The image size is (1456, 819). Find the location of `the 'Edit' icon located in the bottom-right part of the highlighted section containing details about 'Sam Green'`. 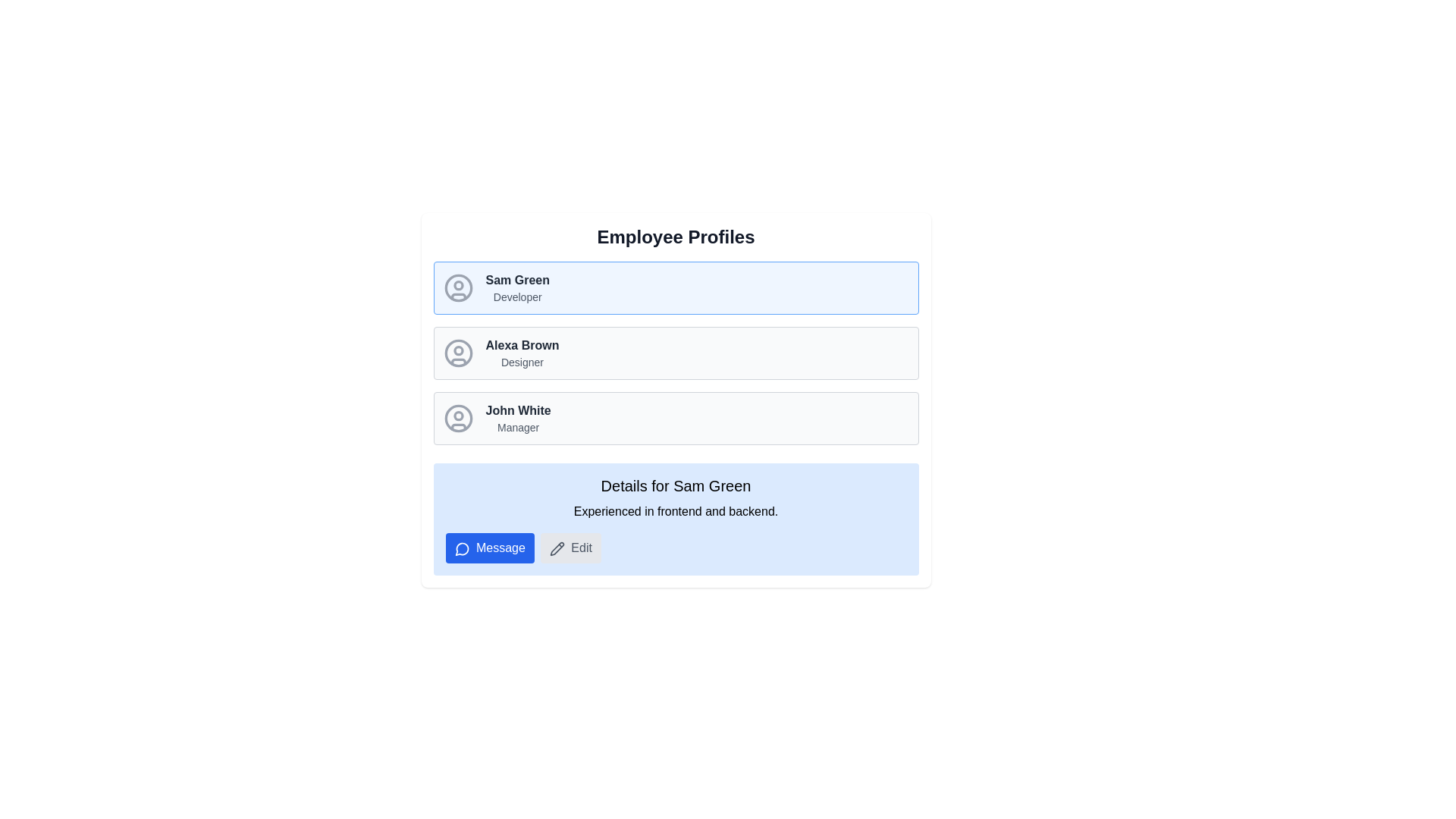

the 'Edit' icon located in the bottom-right part of the highlighted section containing details about 'Sam Green' is located at coordinates (556, 548).